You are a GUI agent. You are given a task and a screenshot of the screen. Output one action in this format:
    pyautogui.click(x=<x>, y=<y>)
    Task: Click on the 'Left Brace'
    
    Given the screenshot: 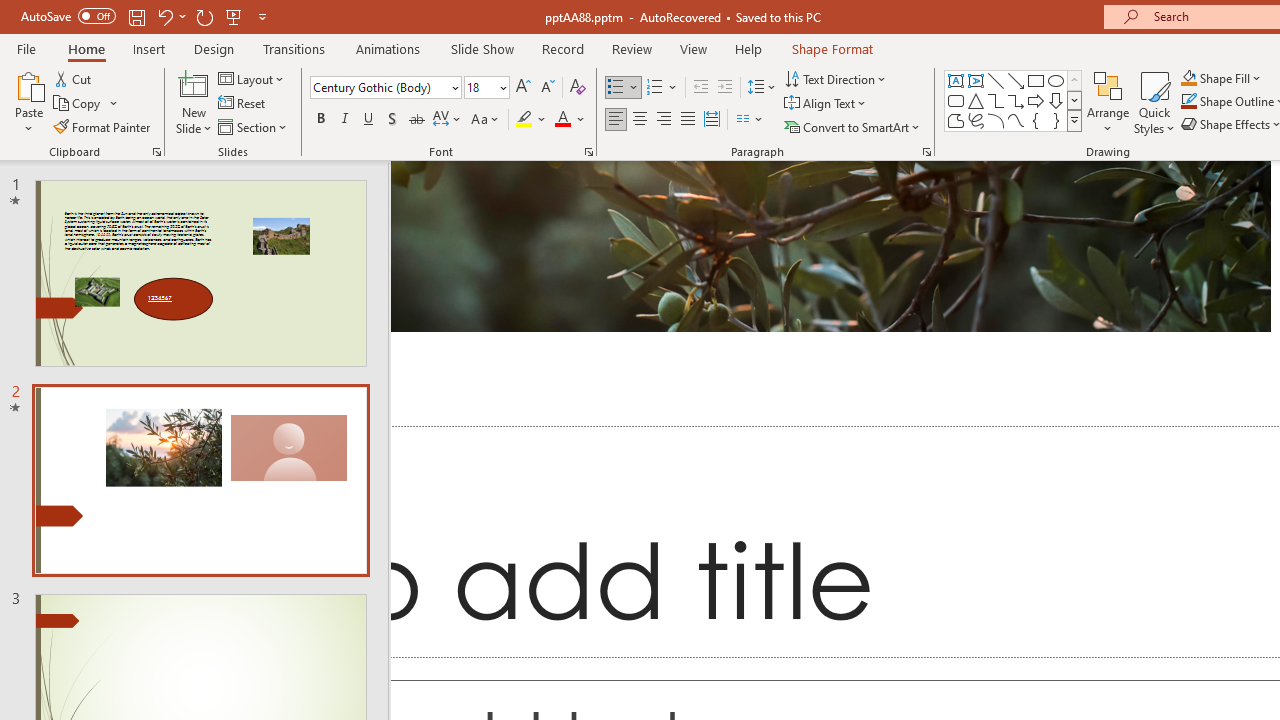 What is the action you would take?
    pyautogui.click(x=1036, y=120)
    